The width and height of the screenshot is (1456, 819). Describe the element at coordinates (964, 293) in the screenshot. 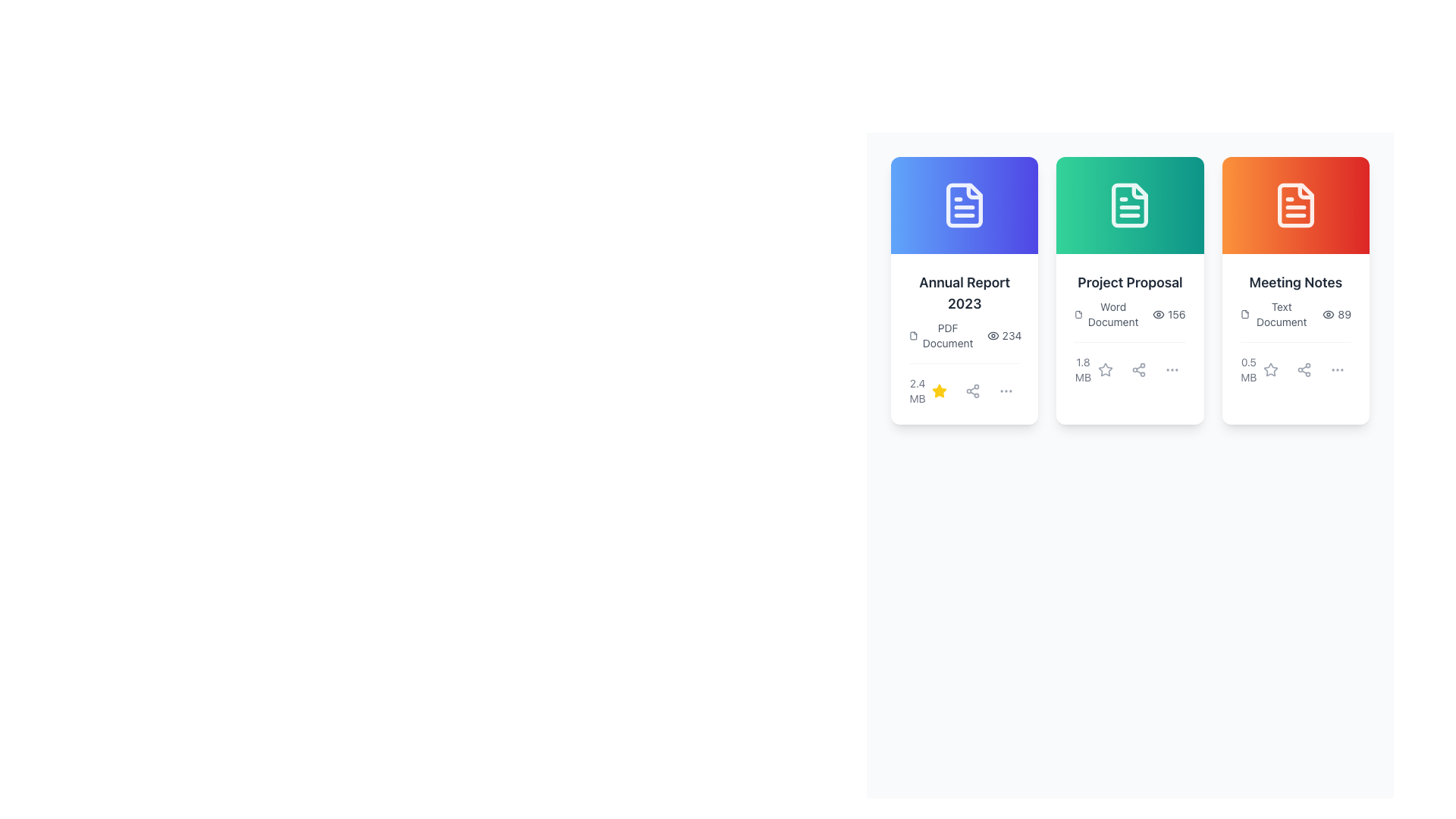

I see `text label that serves as the title for the card, which identifies the content as the annual report for the year 2023, located at the center of the blue background header of the first card` at that location.